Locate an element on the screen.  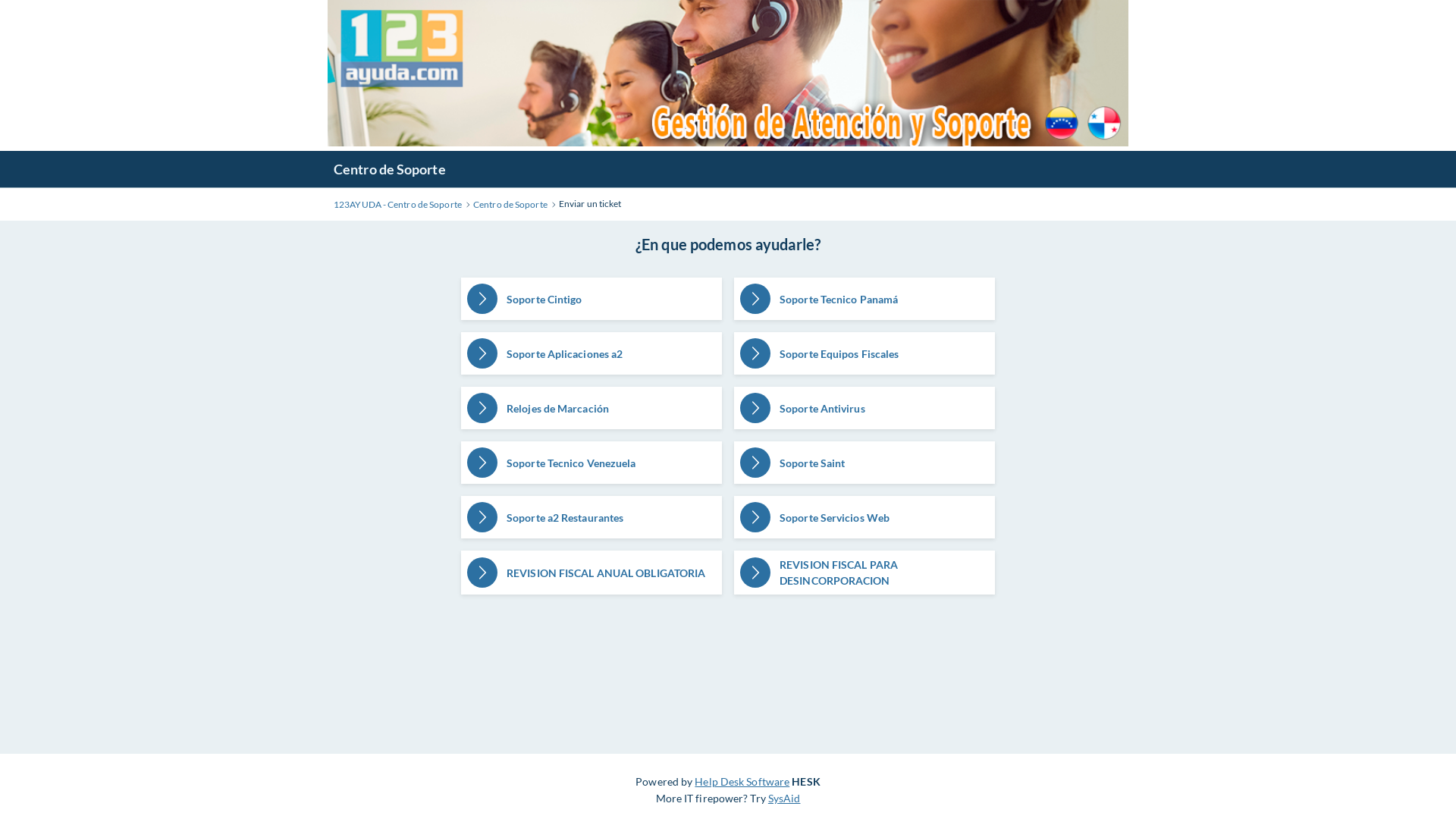
'Soporte Servicios Web' is located at coordinates (864, 516).